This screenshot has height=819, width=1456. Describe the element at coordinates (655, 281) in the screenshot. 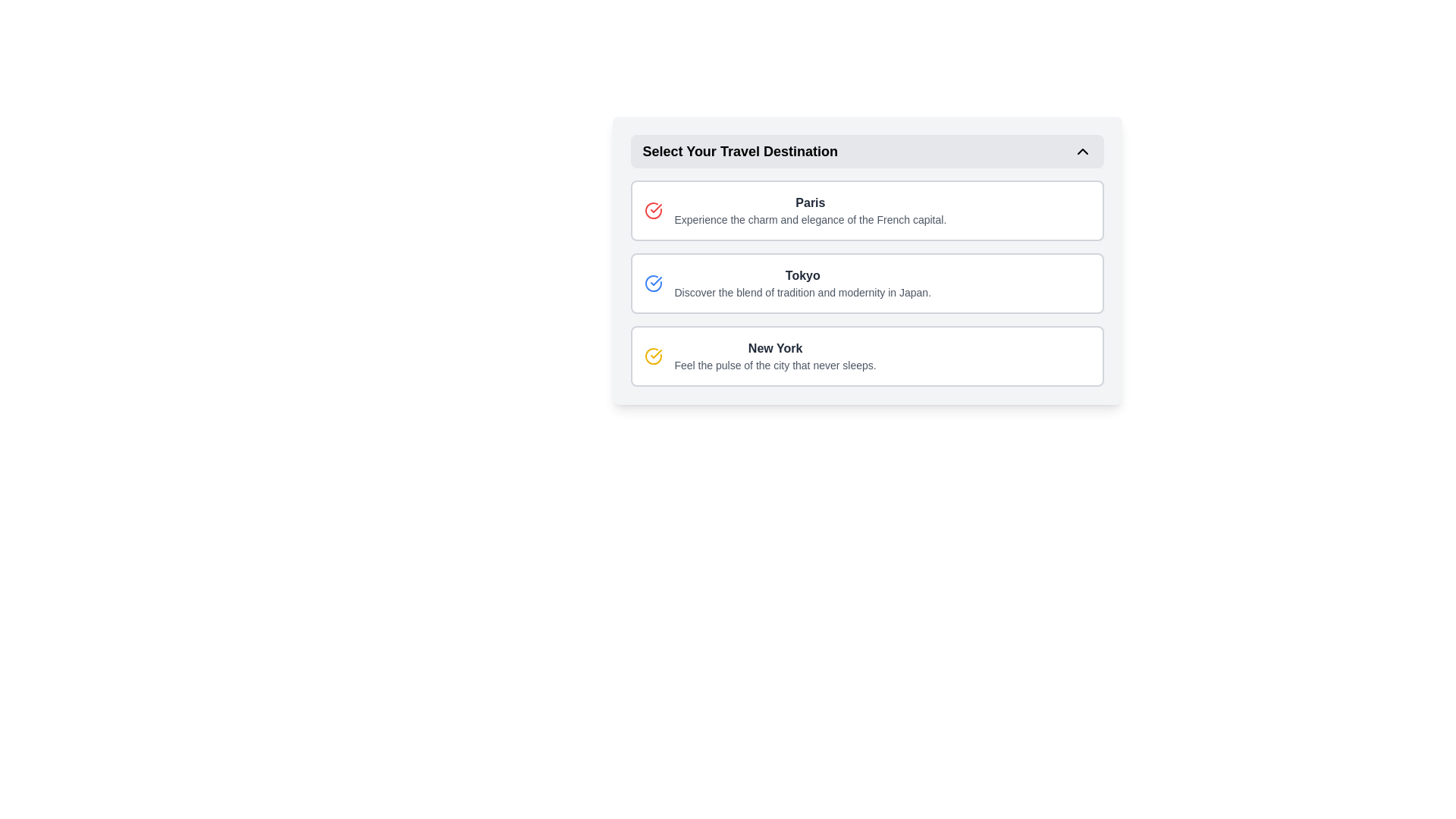

I see `the blue checkmark icon located to the left of the 'Paris' label in the first option row of travel destinations` at that location.